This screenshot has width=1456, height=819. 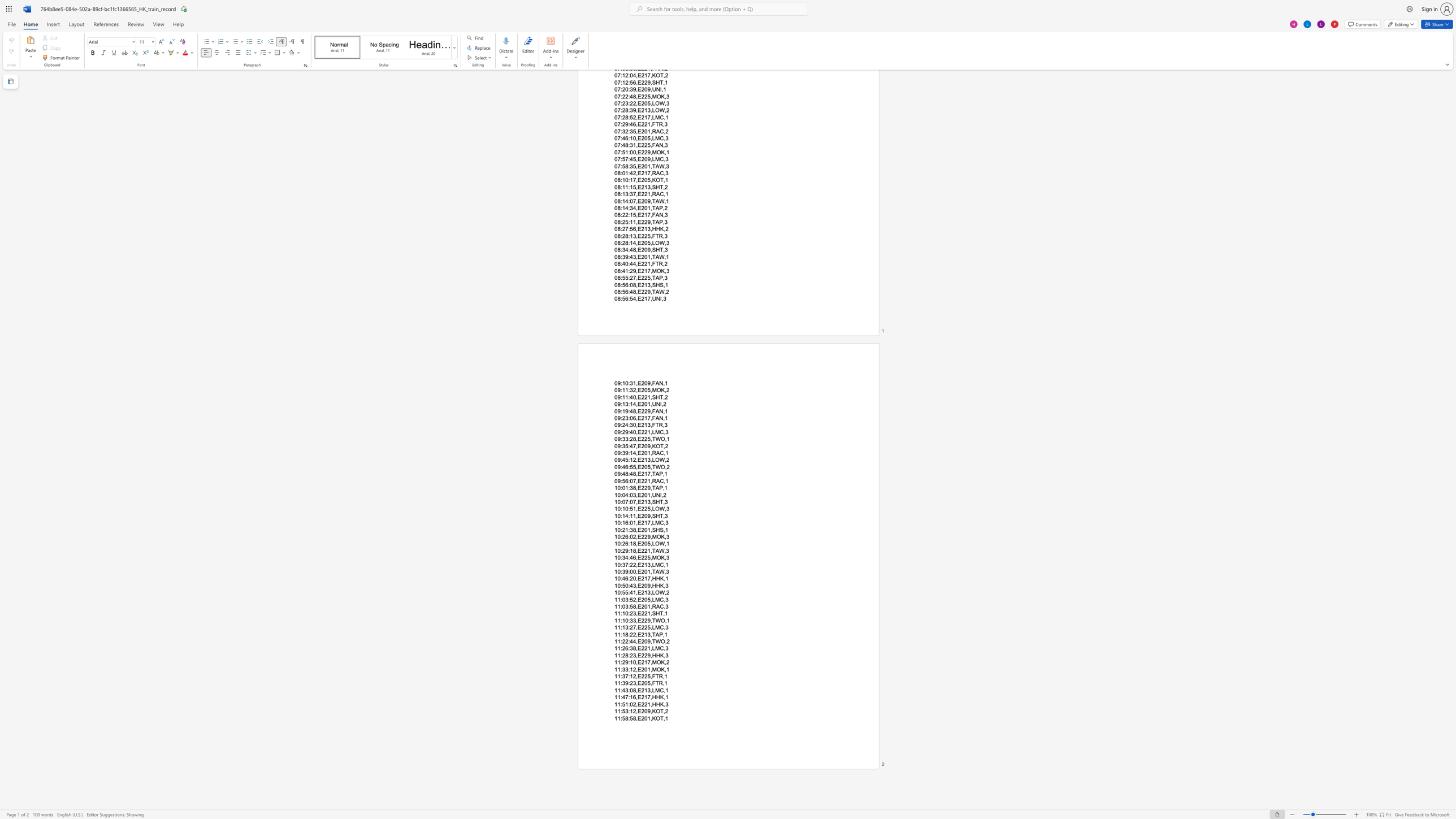 What do you see at coordinates (617, 662) in the screenshot?
I see `the subset text "1:29:10,E217" within the text "11:29:10,E217,MOK,2"` at bounding box center [617, 662].